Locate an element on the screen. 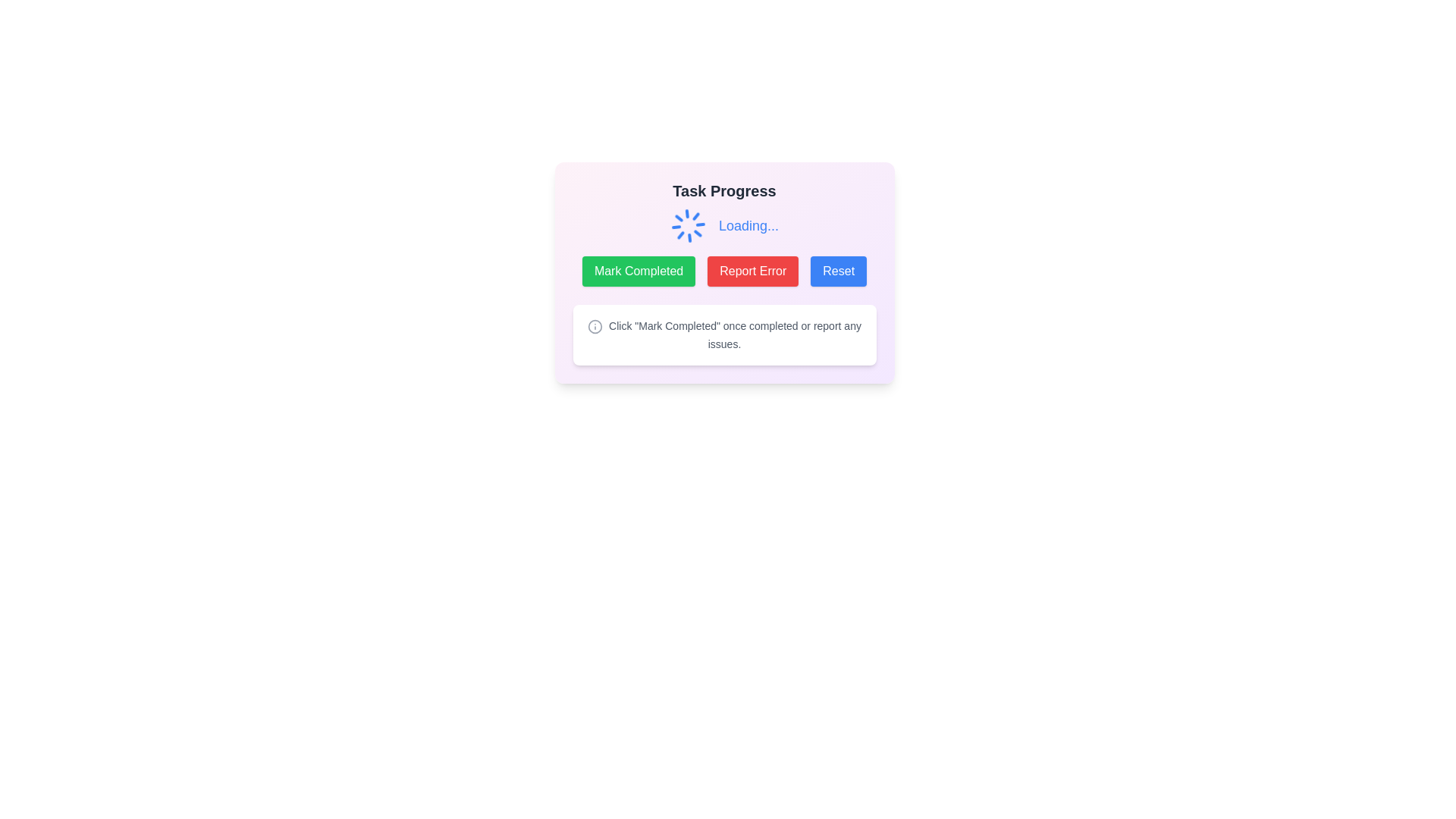 This screenshot has height=819, width=1456. the 'Report Error' button is located at coordinates (753, 271).